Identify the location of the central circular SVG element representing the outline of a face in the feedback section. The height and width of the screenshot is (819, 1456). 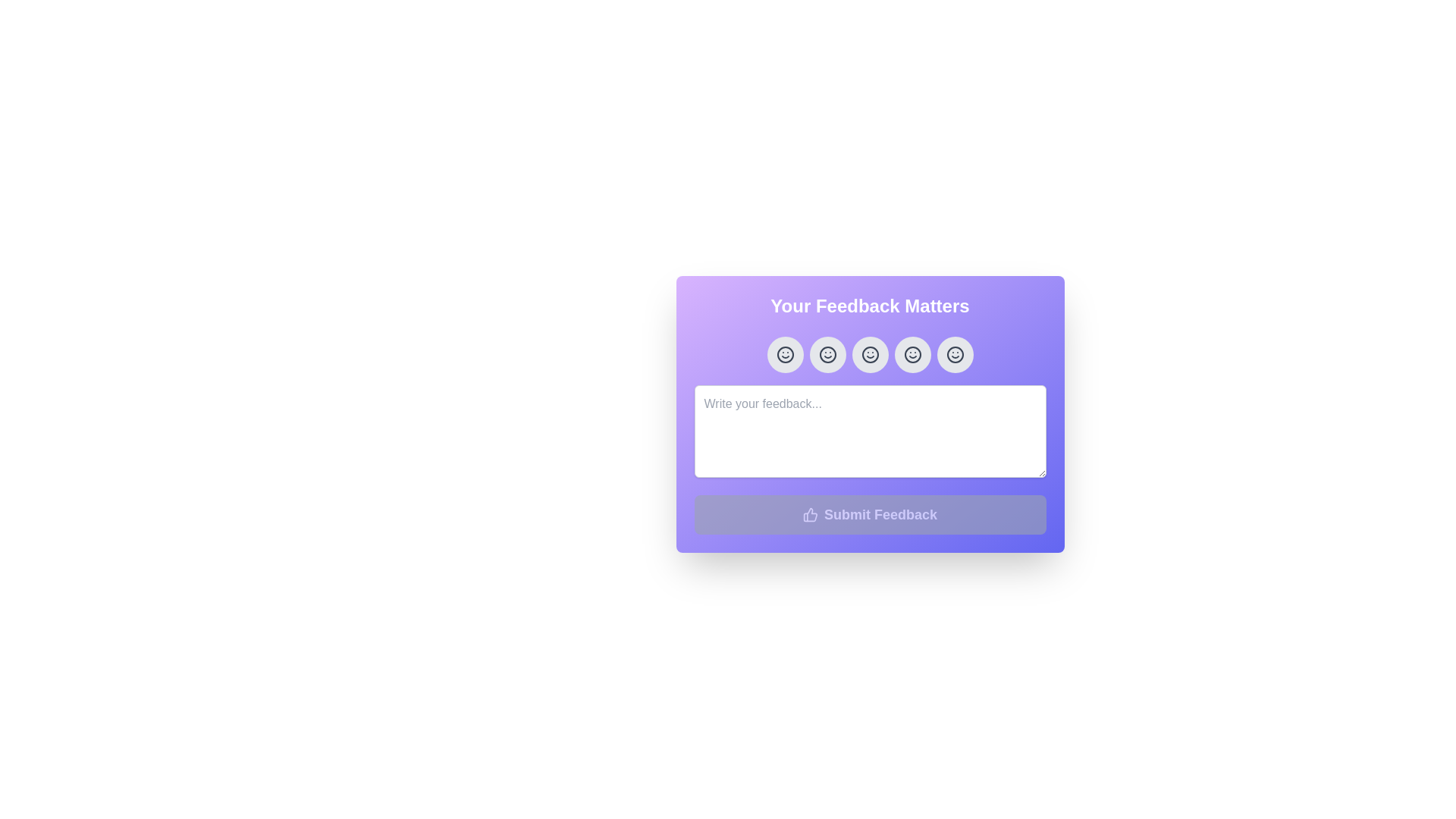
(912, 354).